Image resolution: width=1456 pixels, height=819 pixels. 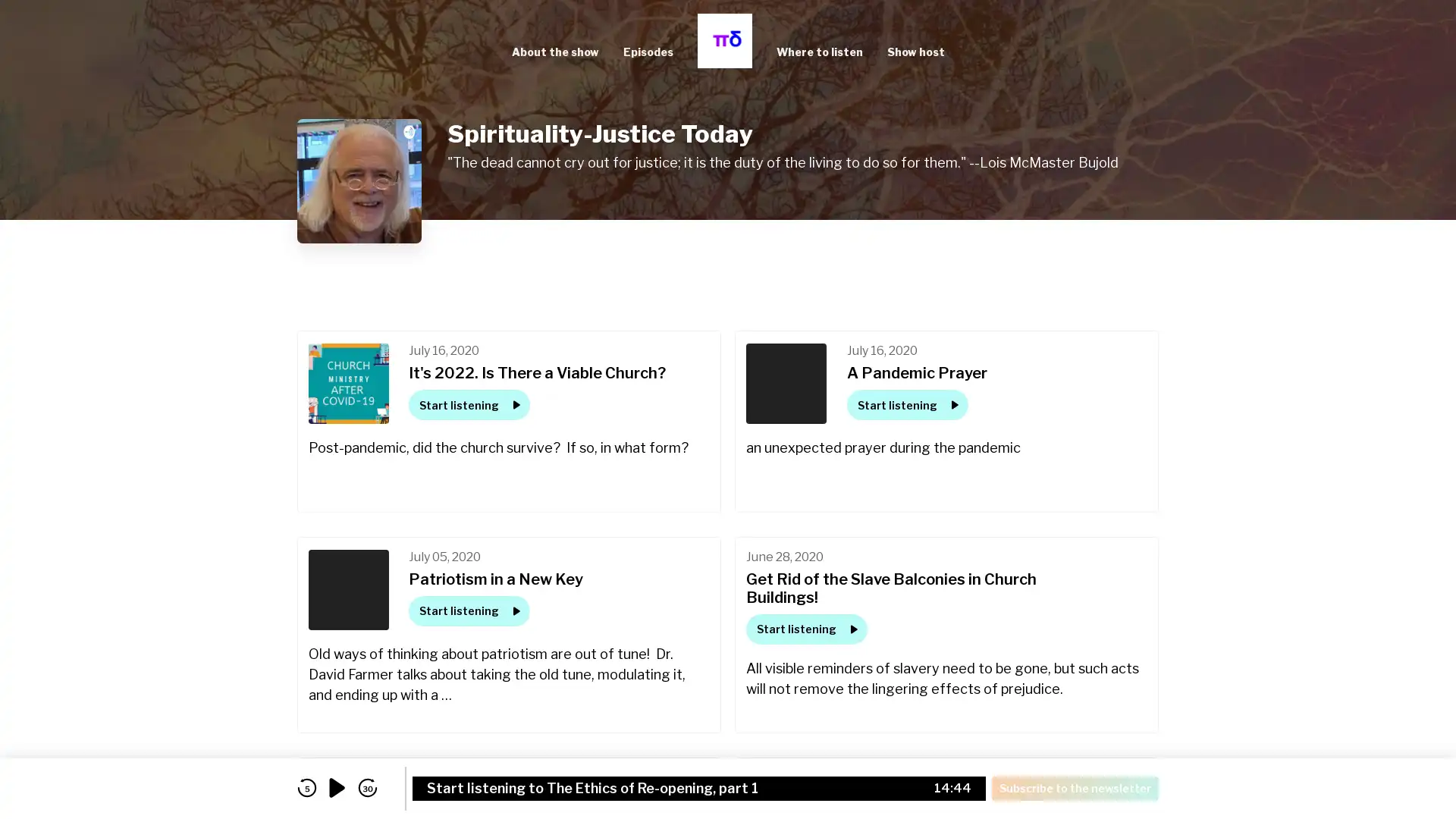 I want to click on Start listening, so click(x=806, y=629).